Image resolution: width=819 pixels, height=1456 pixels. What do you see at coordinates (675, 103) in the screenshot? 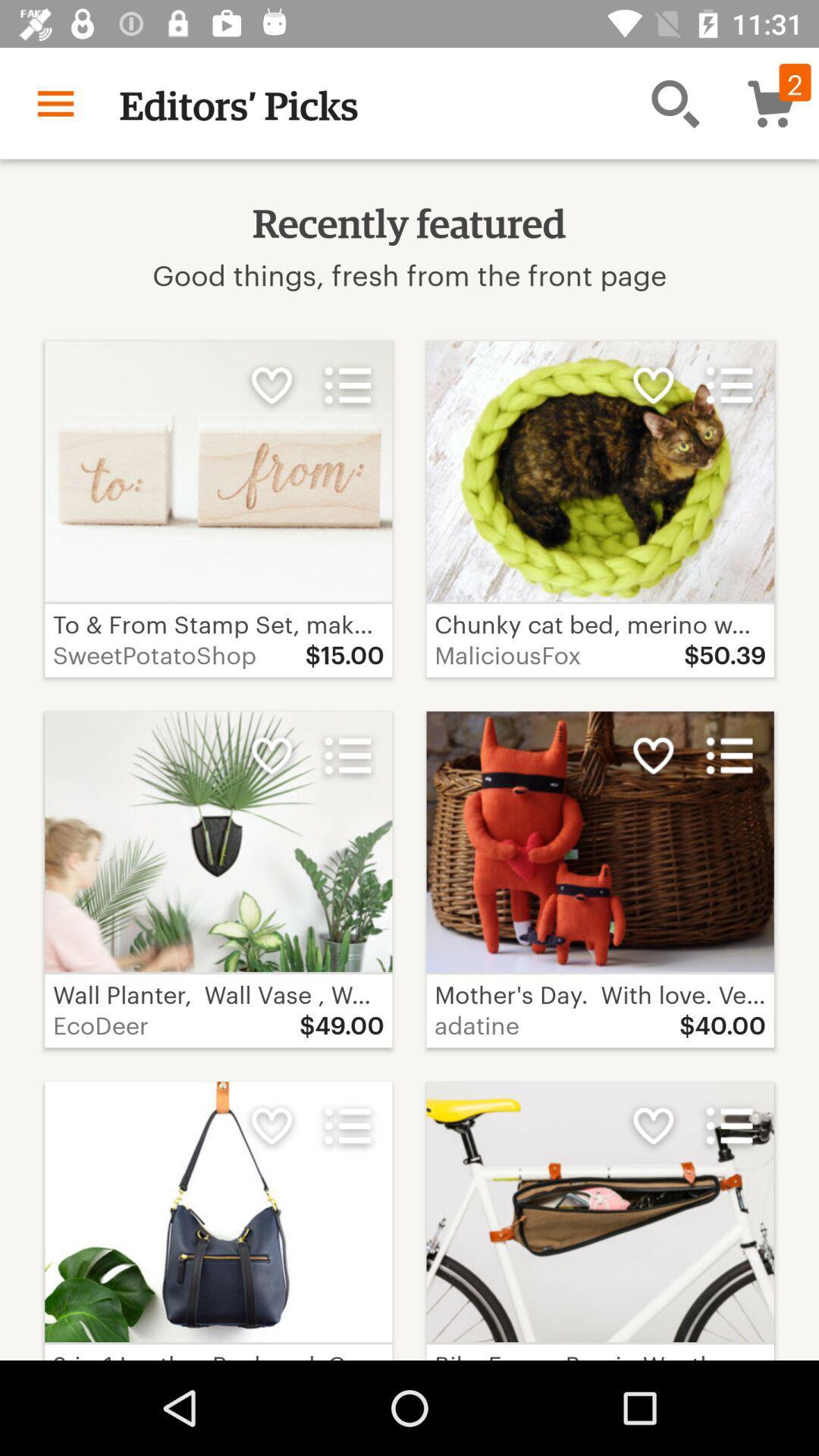
I see `the search icon` at bounding box center [675, 103].